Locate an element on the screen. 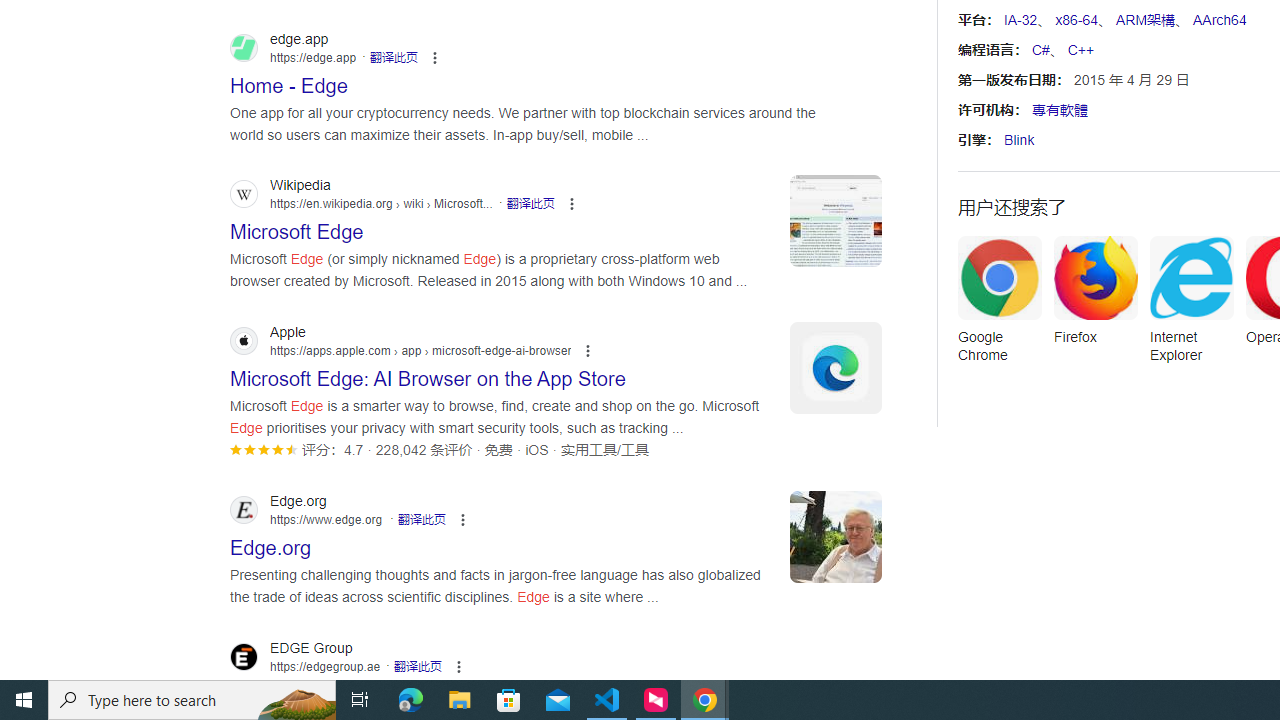 This screenshot has height=720, width=1280. 'Internet Explorer' is located at coordinates (1191, 306).